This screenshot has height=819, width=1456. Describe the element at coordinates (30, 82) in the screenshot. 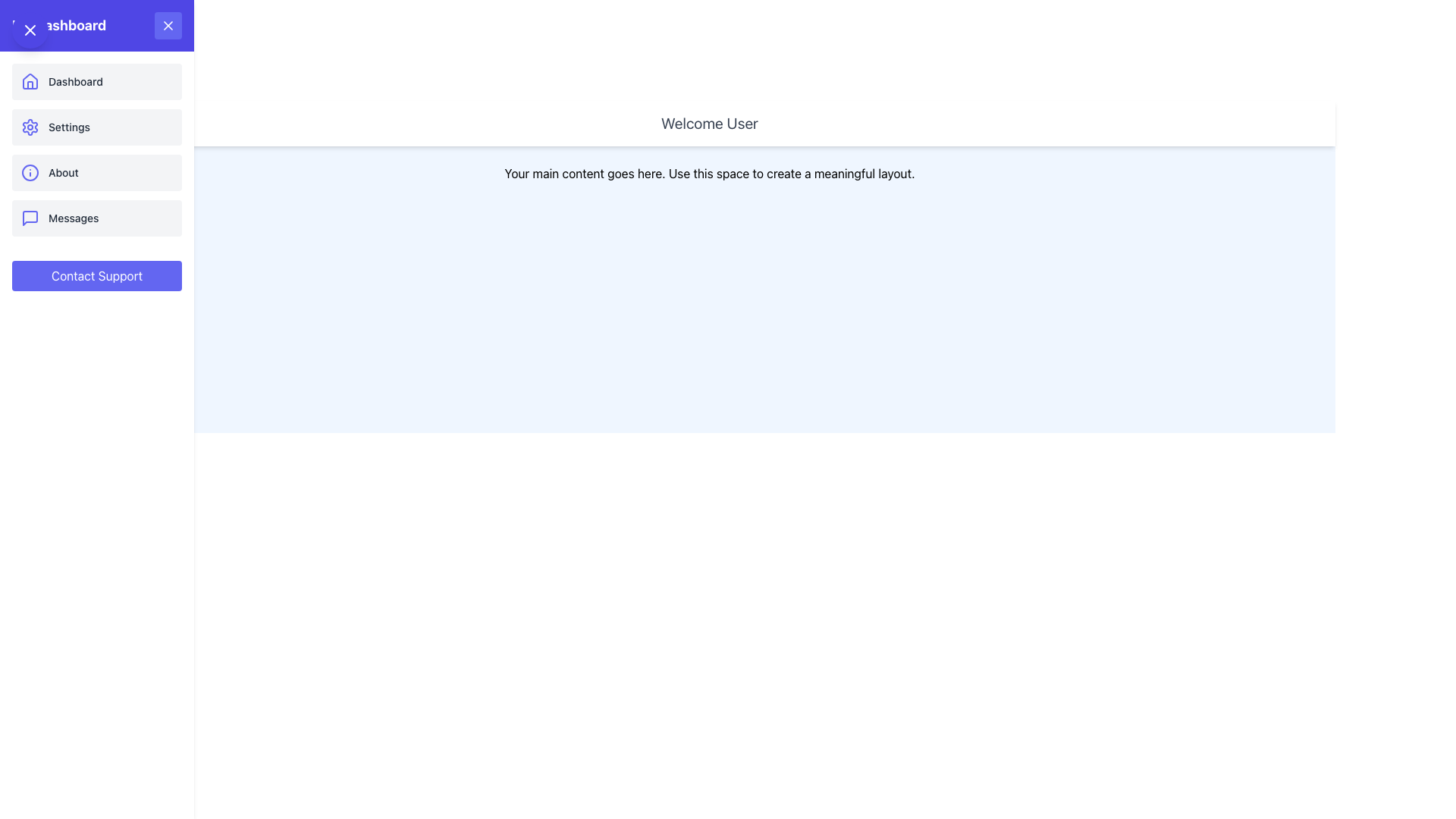

I see `the 'home' navigation icon in the sidebar menu` at that location.